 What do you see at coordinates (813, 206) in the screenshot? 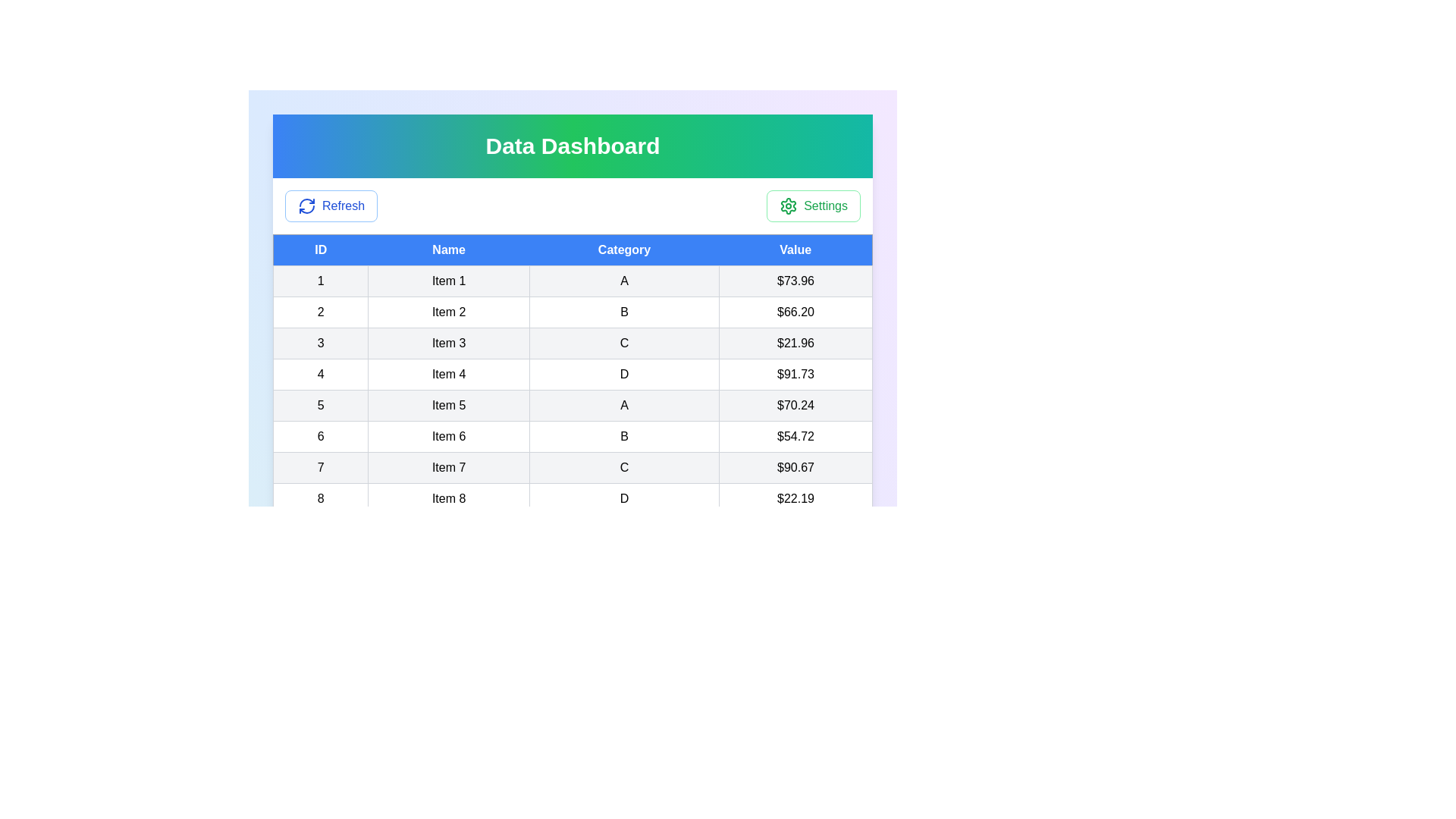
I see `the 'Settings' button to open the settings menu` at bounding box center [813, 206].